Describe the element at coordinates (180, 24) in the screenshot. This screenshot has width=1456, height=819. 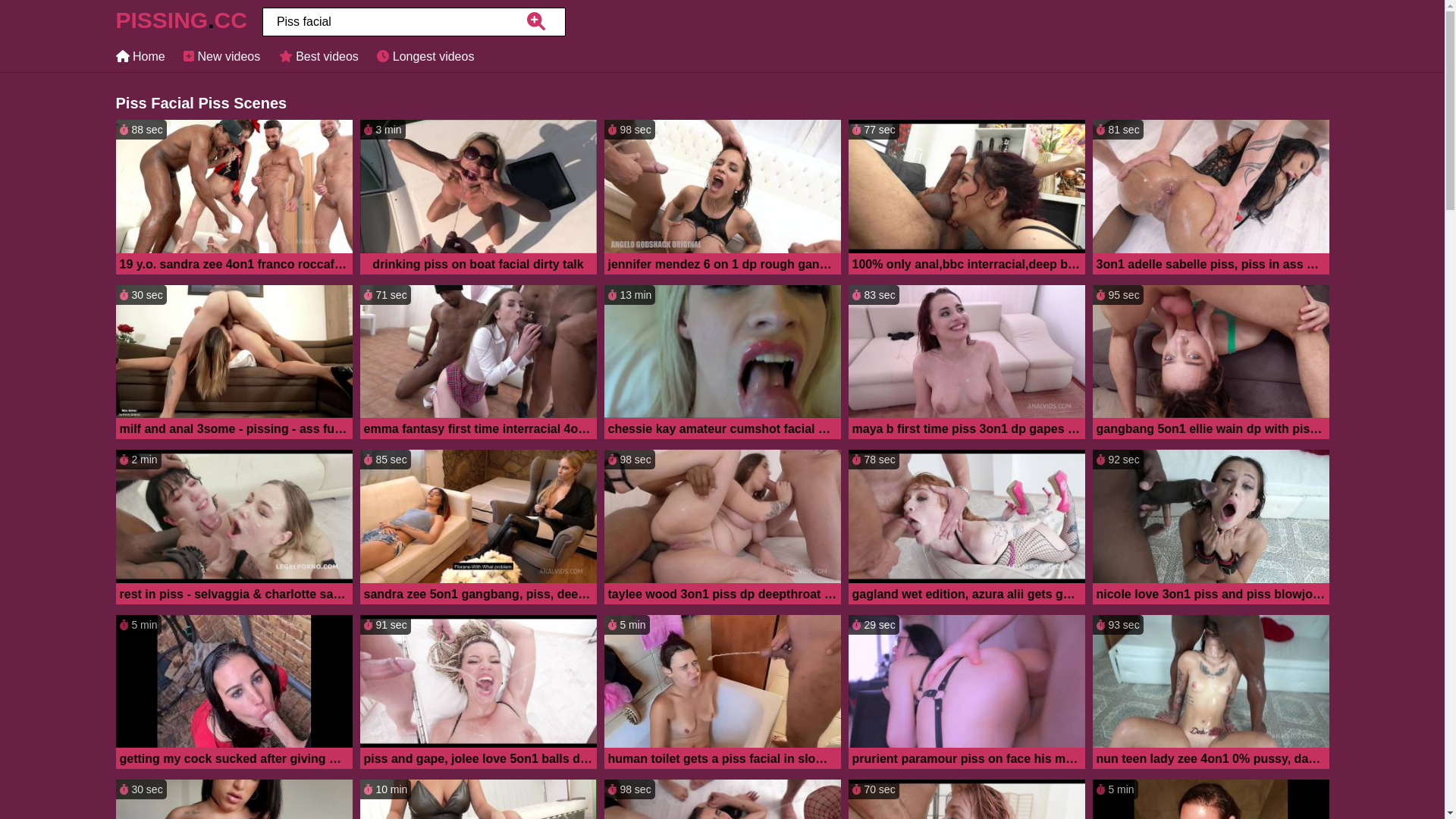
I see `'PISSING.CC'` at that location.